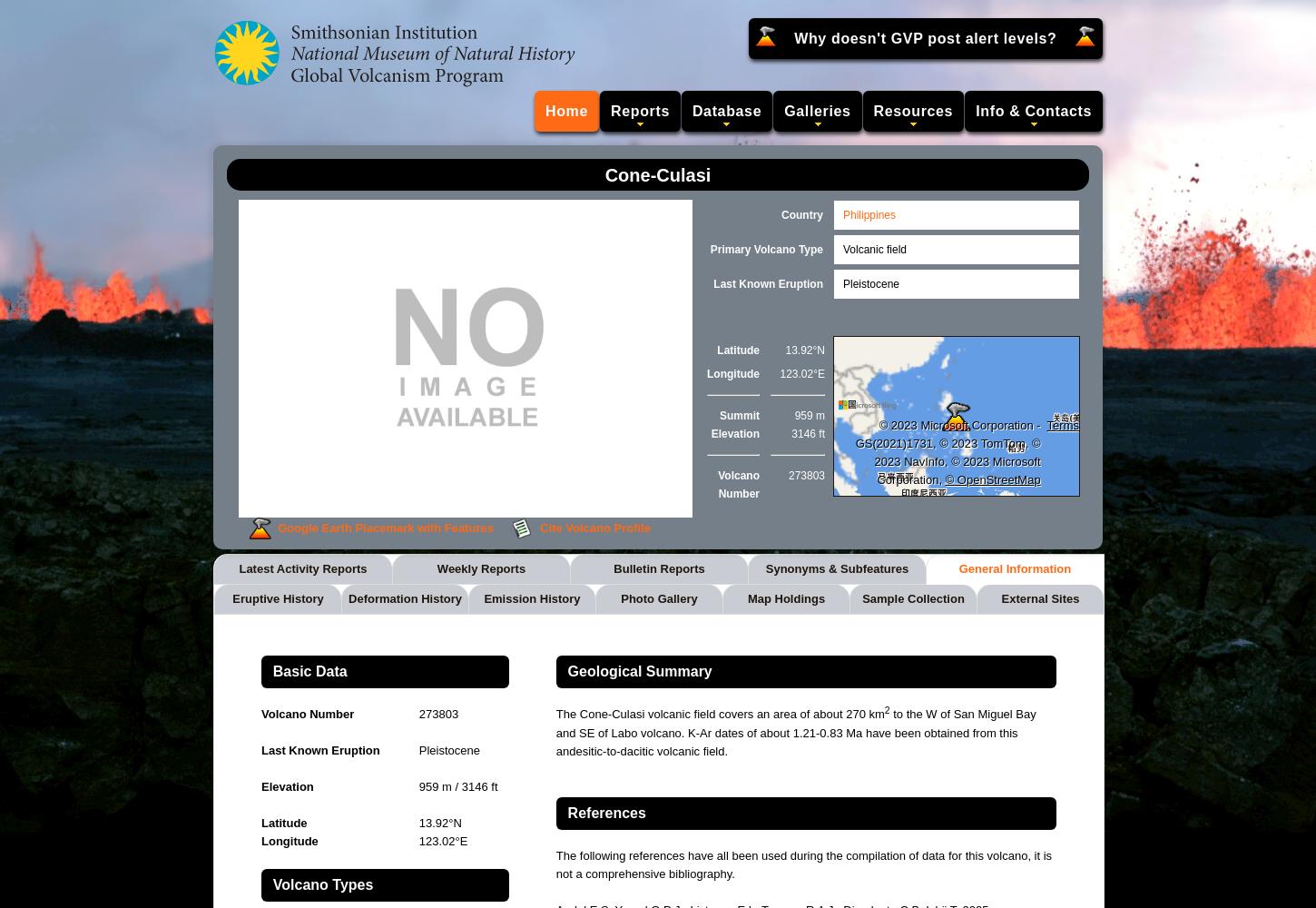 This screenshot has width=1316, height=908. I want to click on 'Country', so click(781, 214).